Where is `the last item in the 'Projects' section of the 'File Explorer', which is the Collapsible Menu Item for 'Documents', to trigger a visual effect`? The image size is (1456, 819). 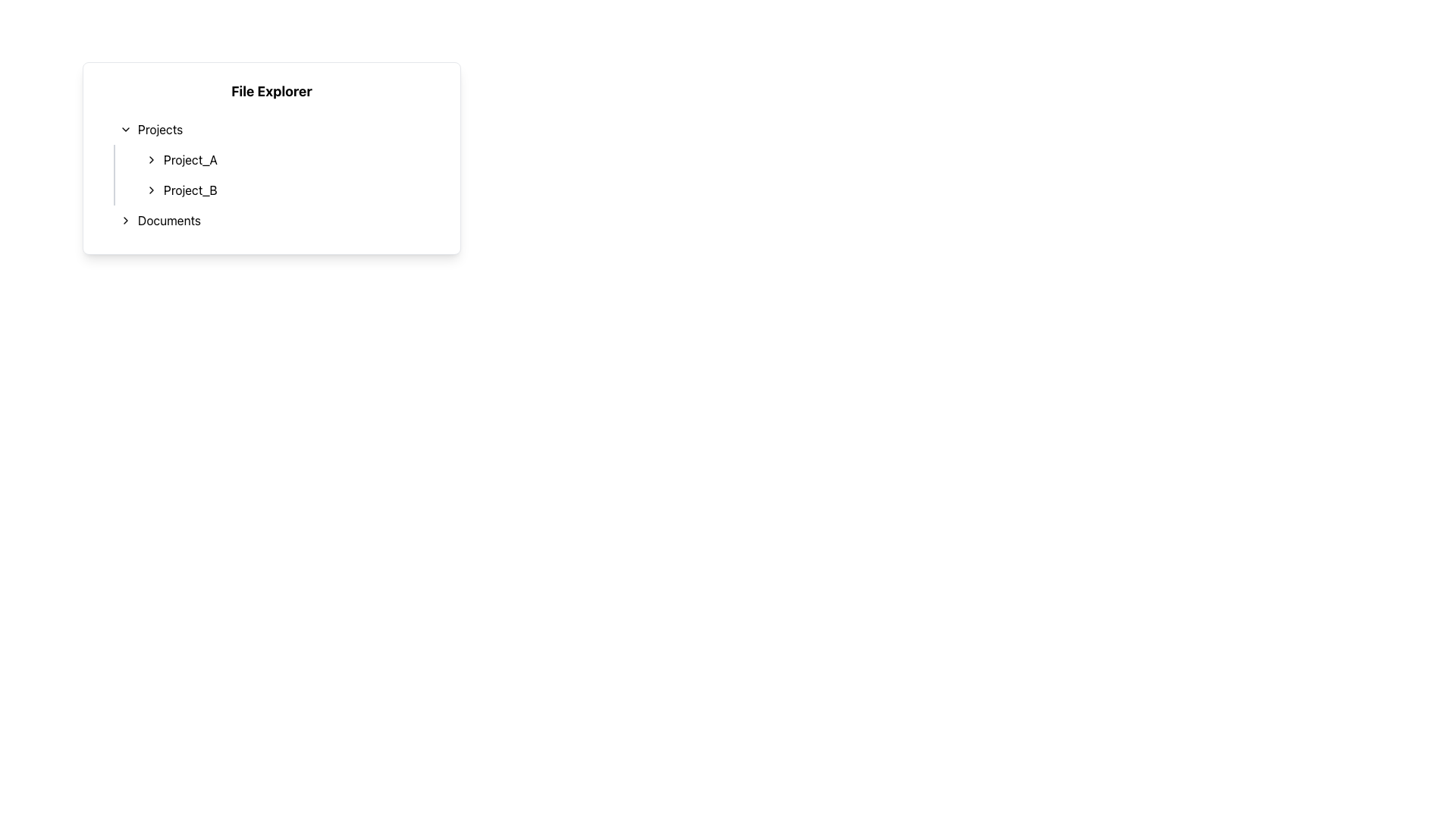 the last item in the 'Projects' section of the 'File Explorer', which is the Collapsible Menu Item for 'Documents', to trigger a visual effect is located at coordinates (271, 220).